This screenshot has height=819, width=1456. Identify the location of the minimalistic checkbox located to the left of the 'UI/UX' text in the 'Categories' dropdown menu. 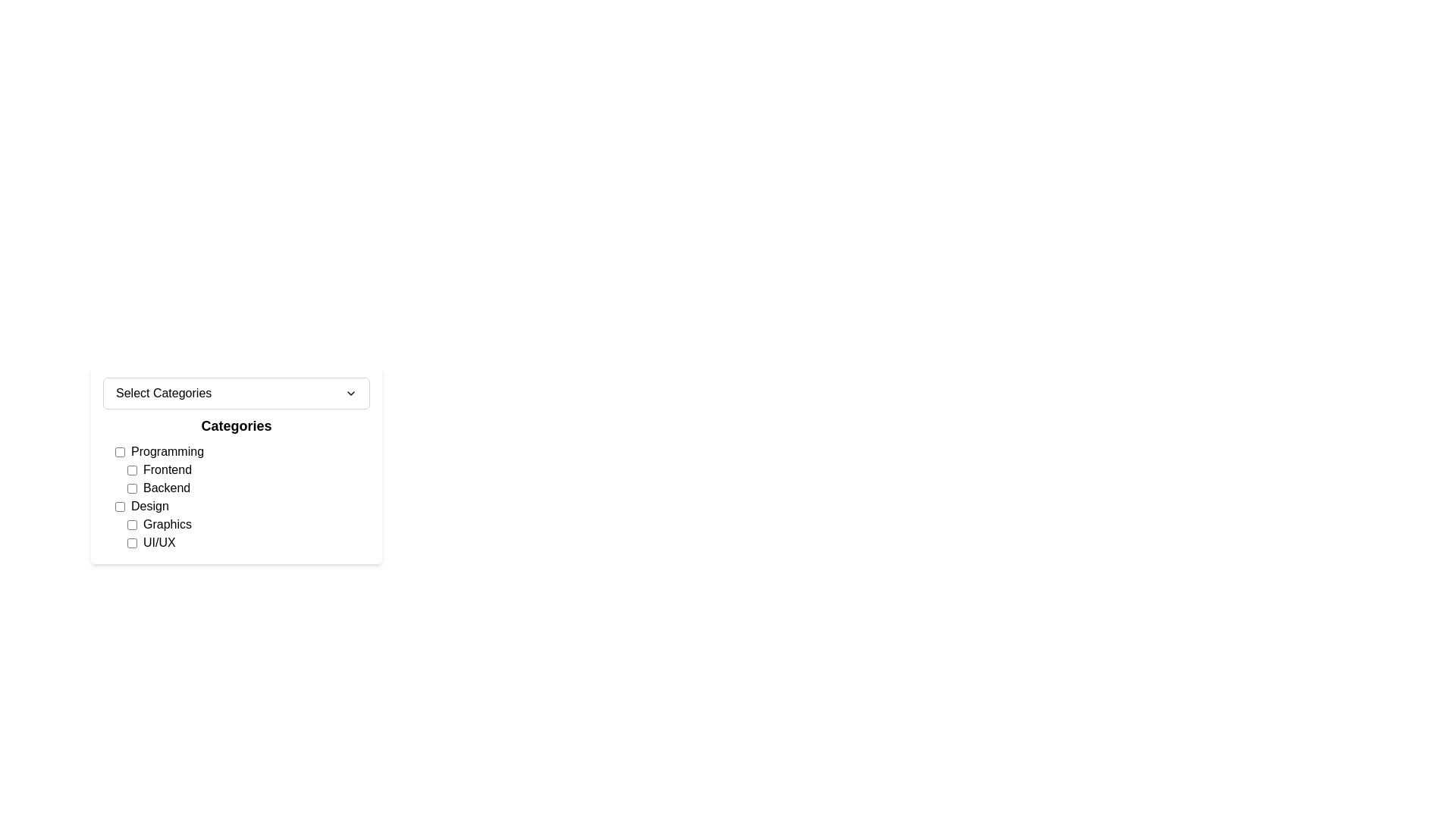
(132, 542).